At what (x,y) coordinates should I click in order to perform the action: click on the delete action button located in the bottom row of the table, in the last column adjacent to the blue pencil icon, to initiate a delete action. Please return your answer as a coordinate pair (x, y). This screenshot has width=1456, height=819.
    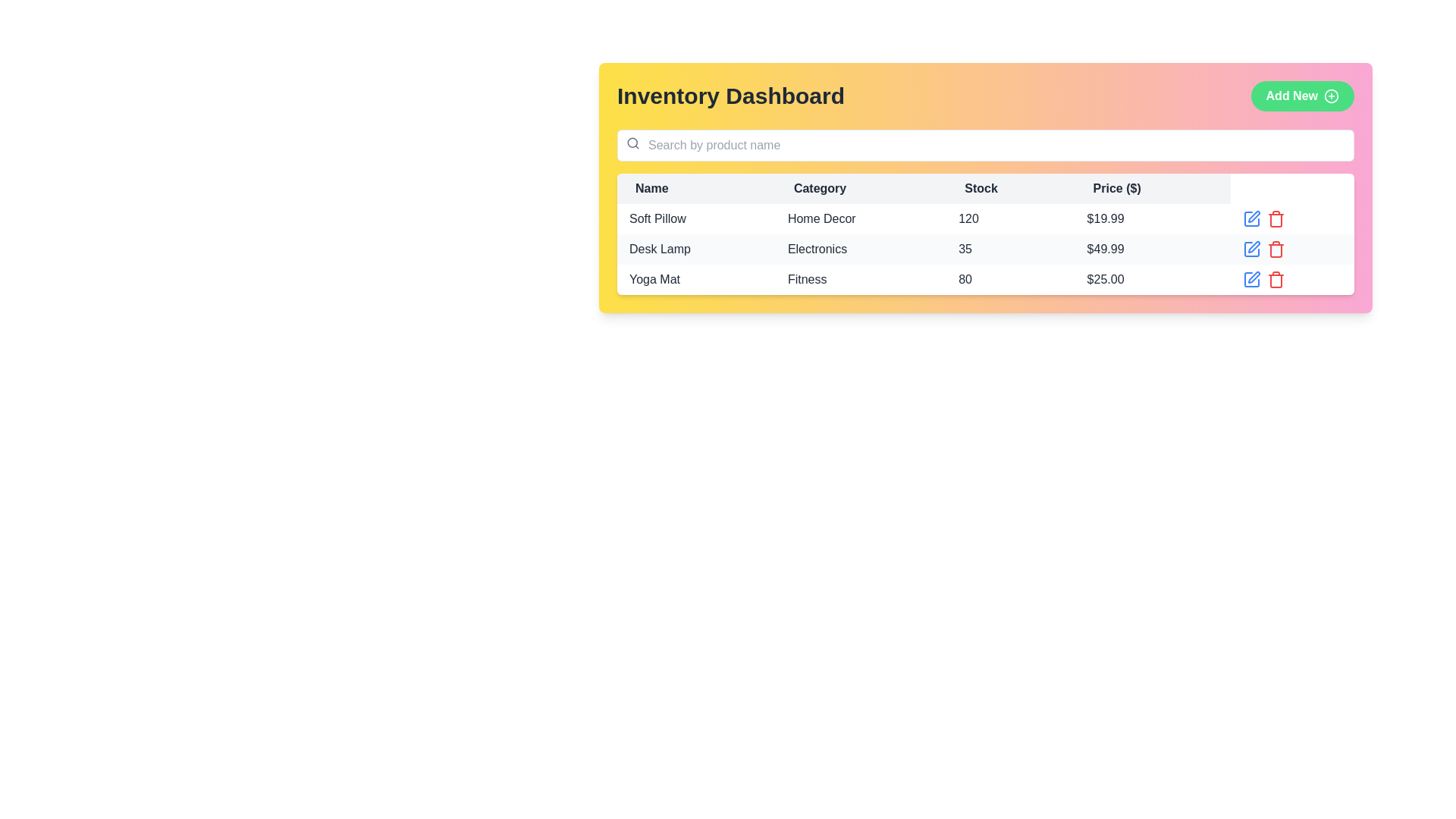
    Looking at the image, I should click on (1276, 219).